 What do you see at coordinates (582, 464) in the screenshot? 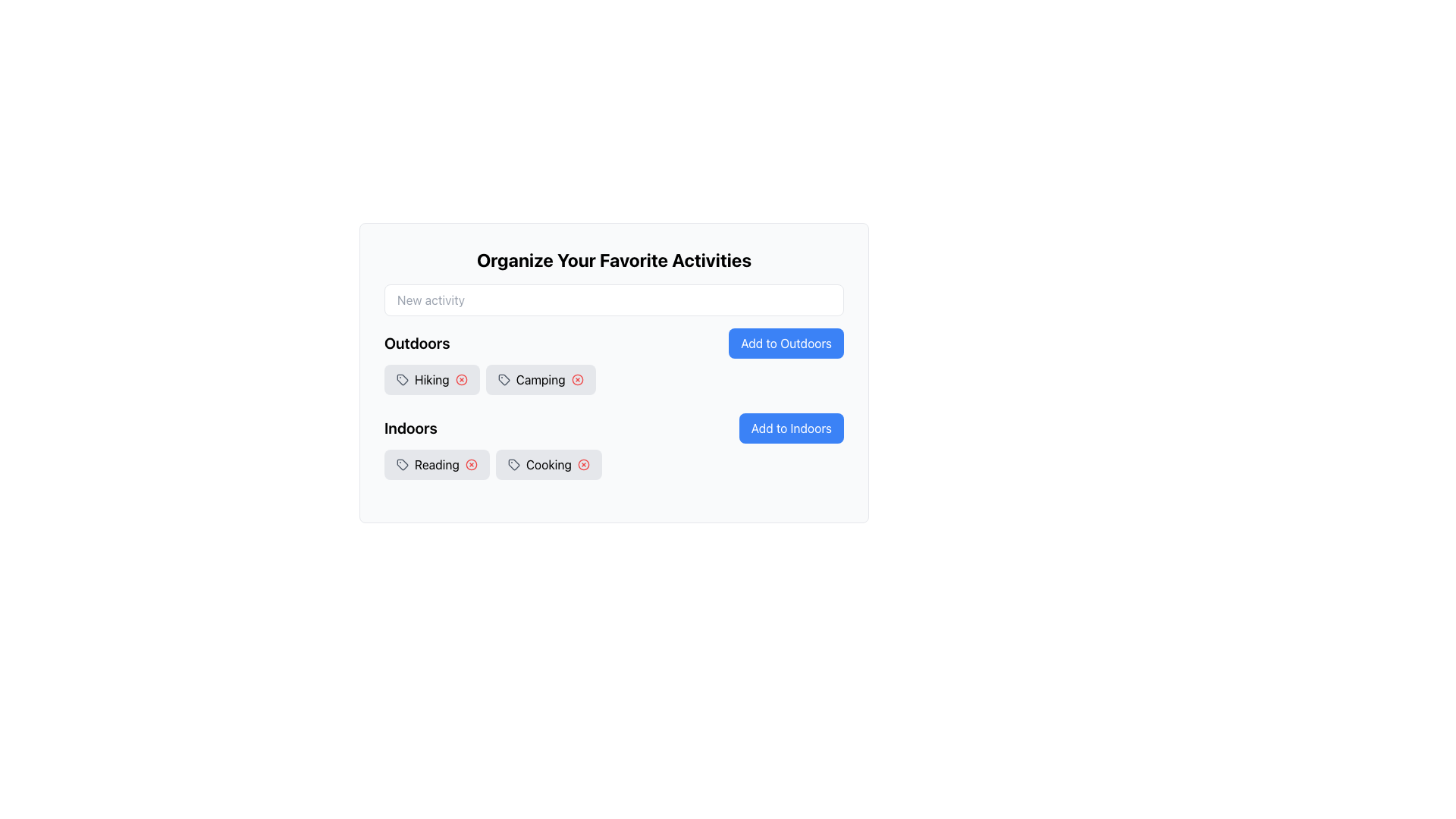
I see `the red circular icon with a cross inside, located to the right of the 'Cooking' text` at bounding box center [582, 464].